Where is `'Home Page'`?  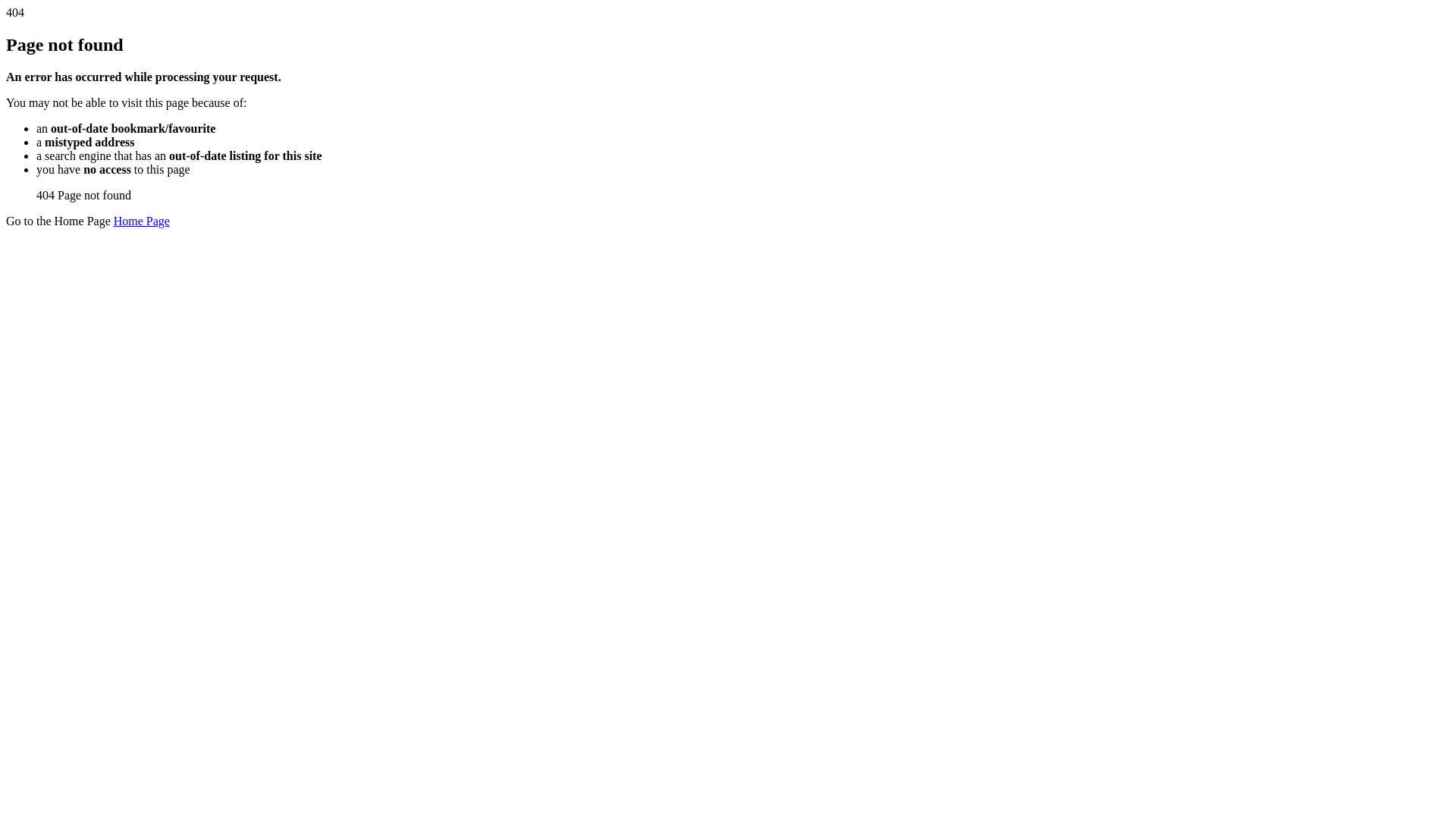 'Home Page' is located at coordinates (142, 221).